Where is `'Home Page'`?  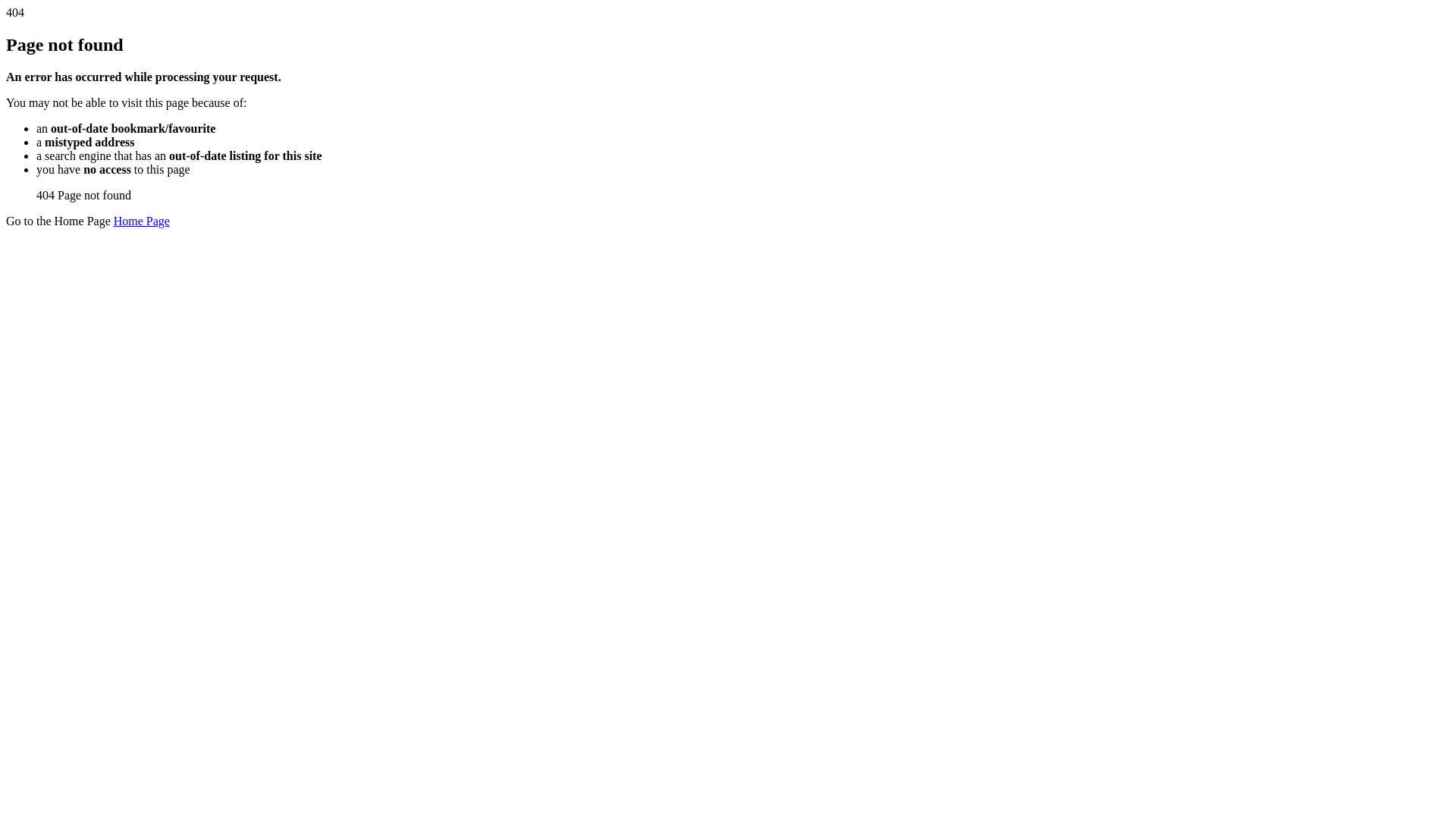 'Home Page' is located at coordinates (142, 221).